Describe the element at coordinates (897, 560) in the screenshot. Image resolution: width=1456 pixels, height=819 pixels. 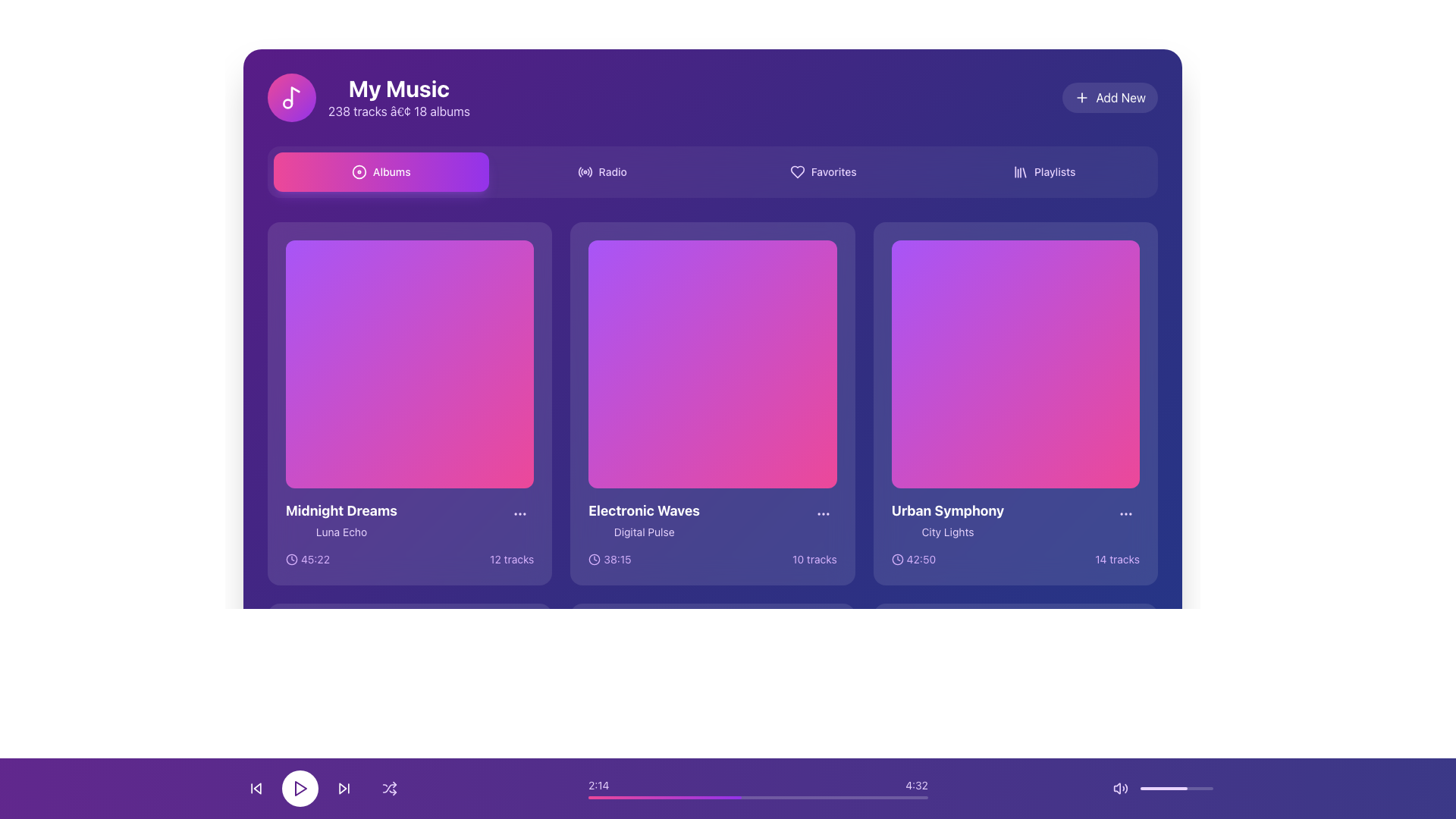
I see `the clock icon located to the left of the time duration '42:50' in the 'Urban Symphony' card` at that location.